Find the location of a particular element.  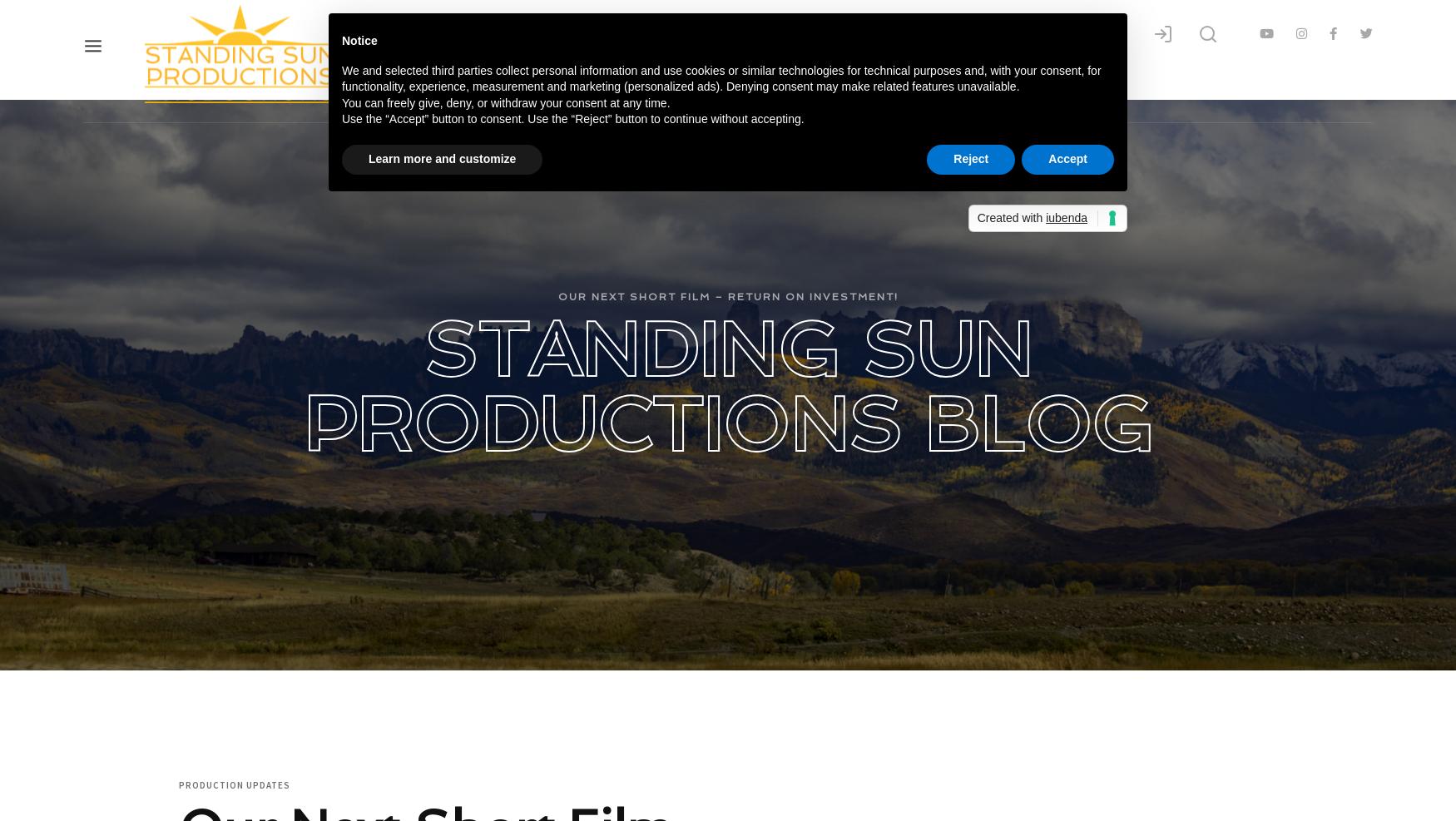

'We and selected third parties collect personal information and use cookies or similar technologies for technical purposes and, with your consent, for functionality, experience, measurement and marketing (personalized ads). Denying consent may make related features unavailable.' is located at coordinates (721, 77).